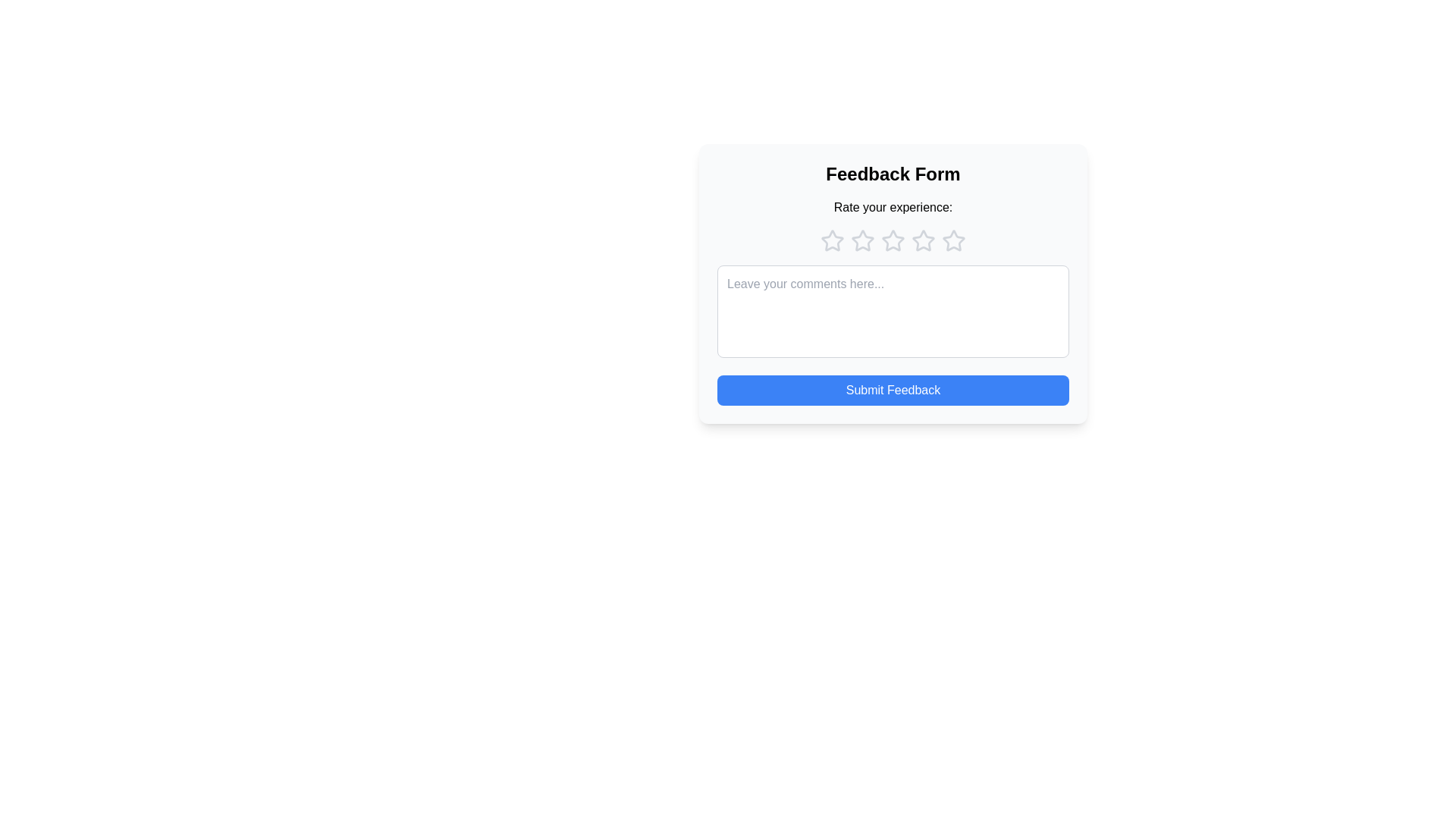  I want to click on the first hollow star icon in the rating section of the feedback form, so click(832, 240).